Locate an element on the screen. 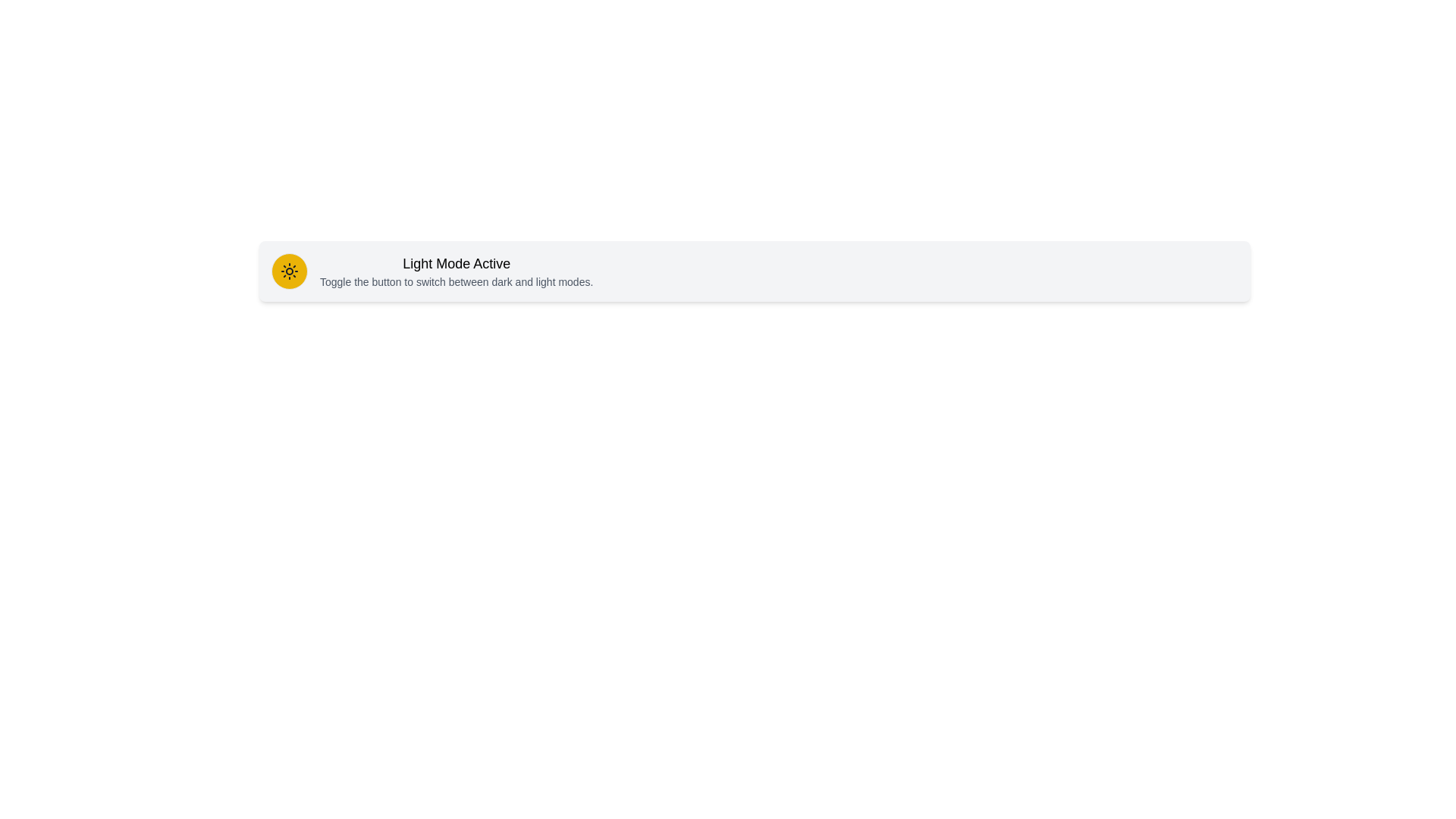  the toggle button located on the left side of the section labeled 'Light Mode Active' to switch between dark and light modes is located at coordinates (290, 271).